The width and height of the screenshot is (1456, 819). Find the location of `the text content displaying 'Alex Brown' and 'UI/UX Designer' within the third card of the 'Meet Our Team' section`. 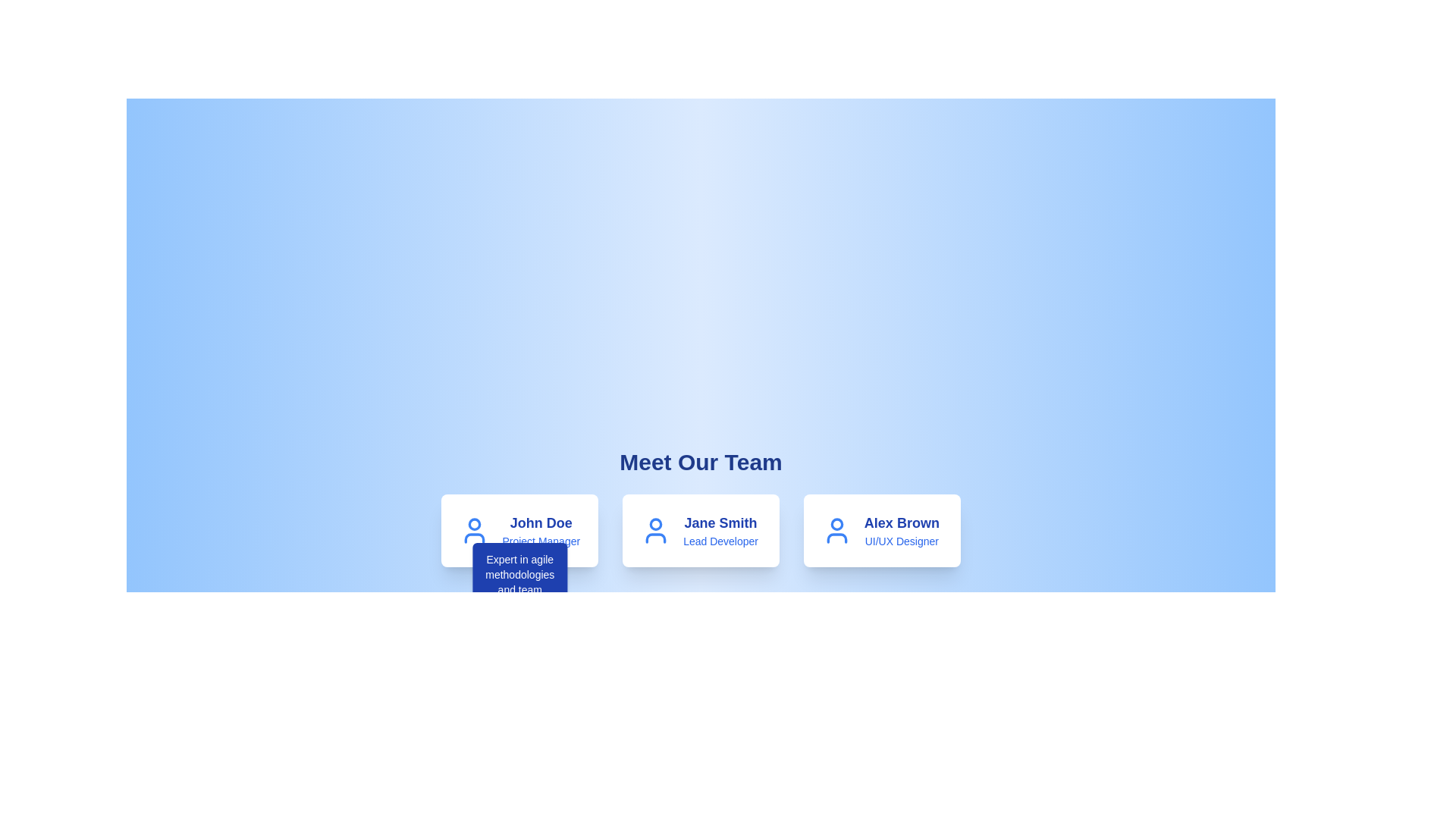

the text content displaying 'Alex Brown' and 'UI/UX Designer' within the third card of the 'Meet Our Team' section is located at coordinates (902, 529).